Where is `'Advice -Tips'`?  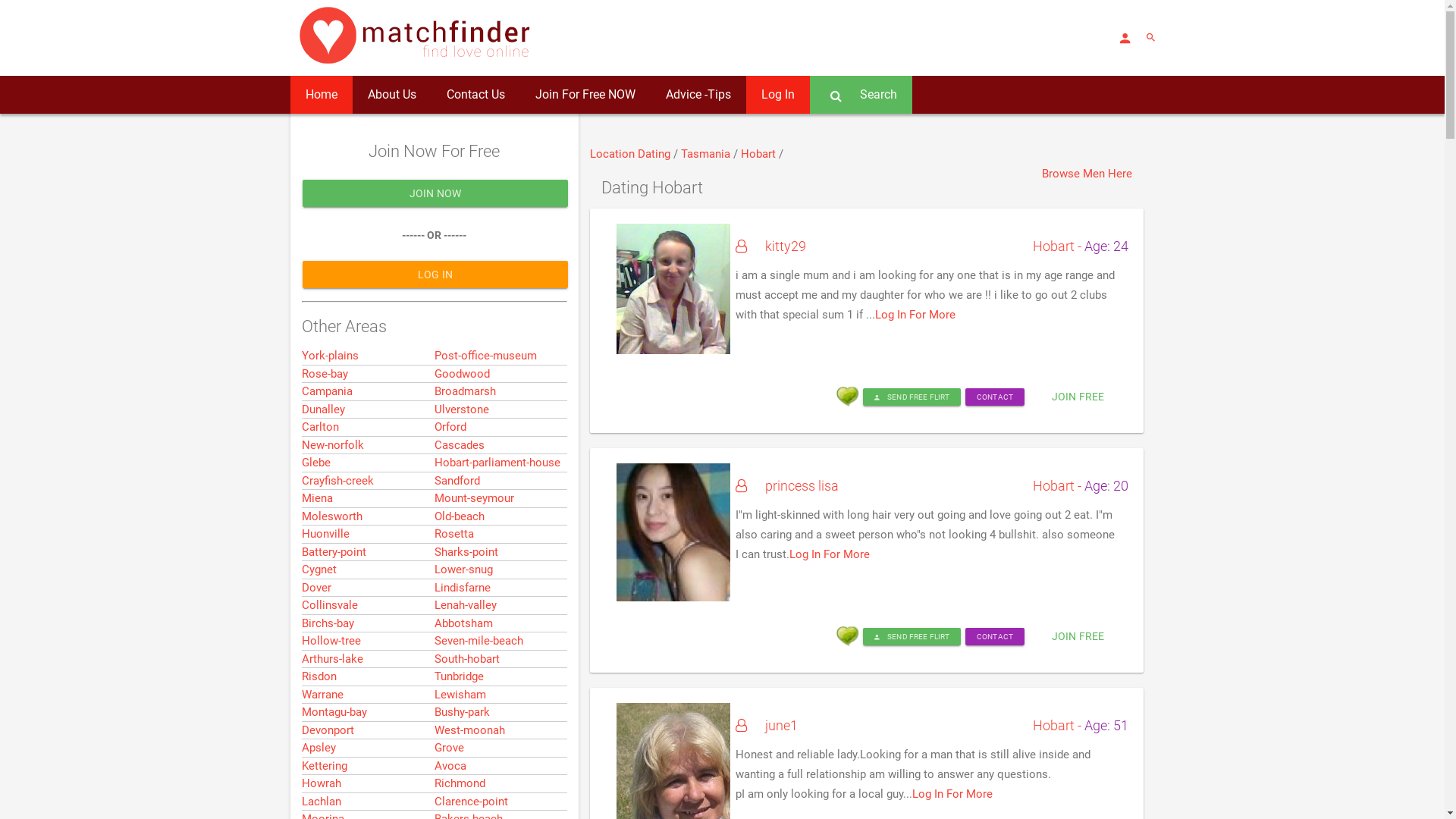 'Advice -Tips' is located at coordinates (698, 94).